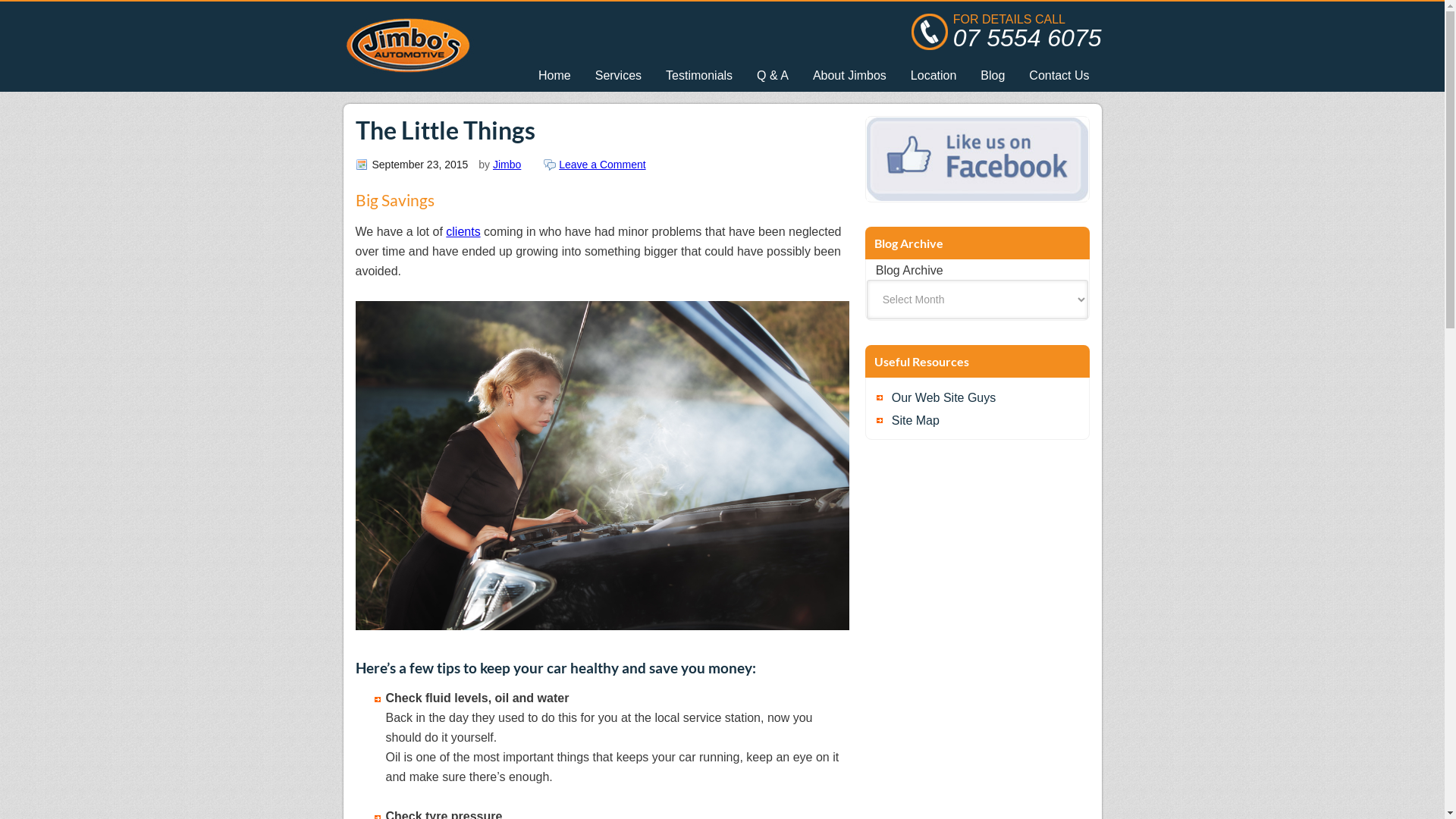 This screenshot has height=819, width=1456. Describe the element at coordinates (618, 76) in the screenshot. I see `'Services'` at that location.